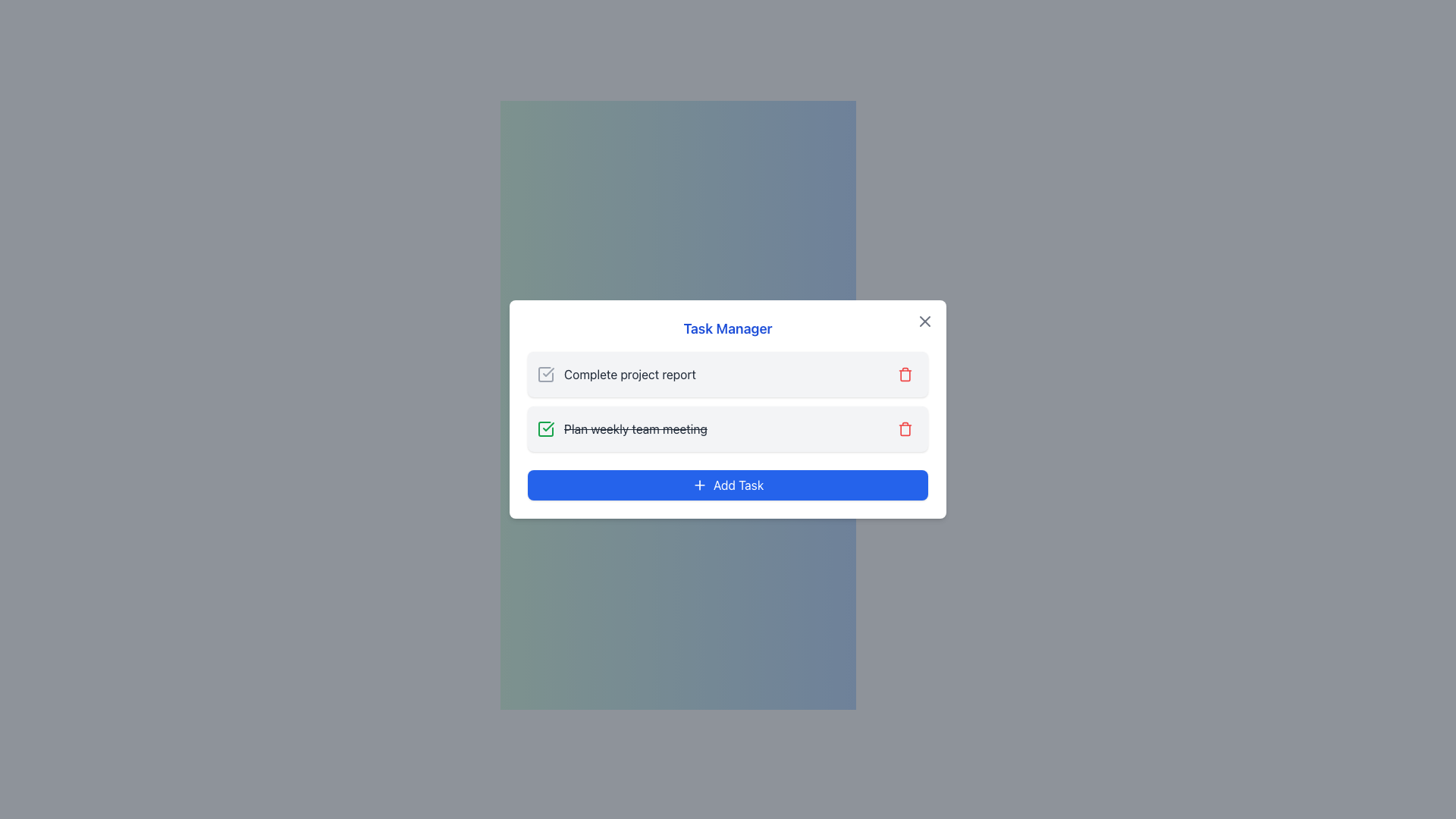 This screenshot has height=819, width=1456. I want to click on the Close Button icon, which is a cross icon located in the top-right corner of the modal box, so click(924, 321).